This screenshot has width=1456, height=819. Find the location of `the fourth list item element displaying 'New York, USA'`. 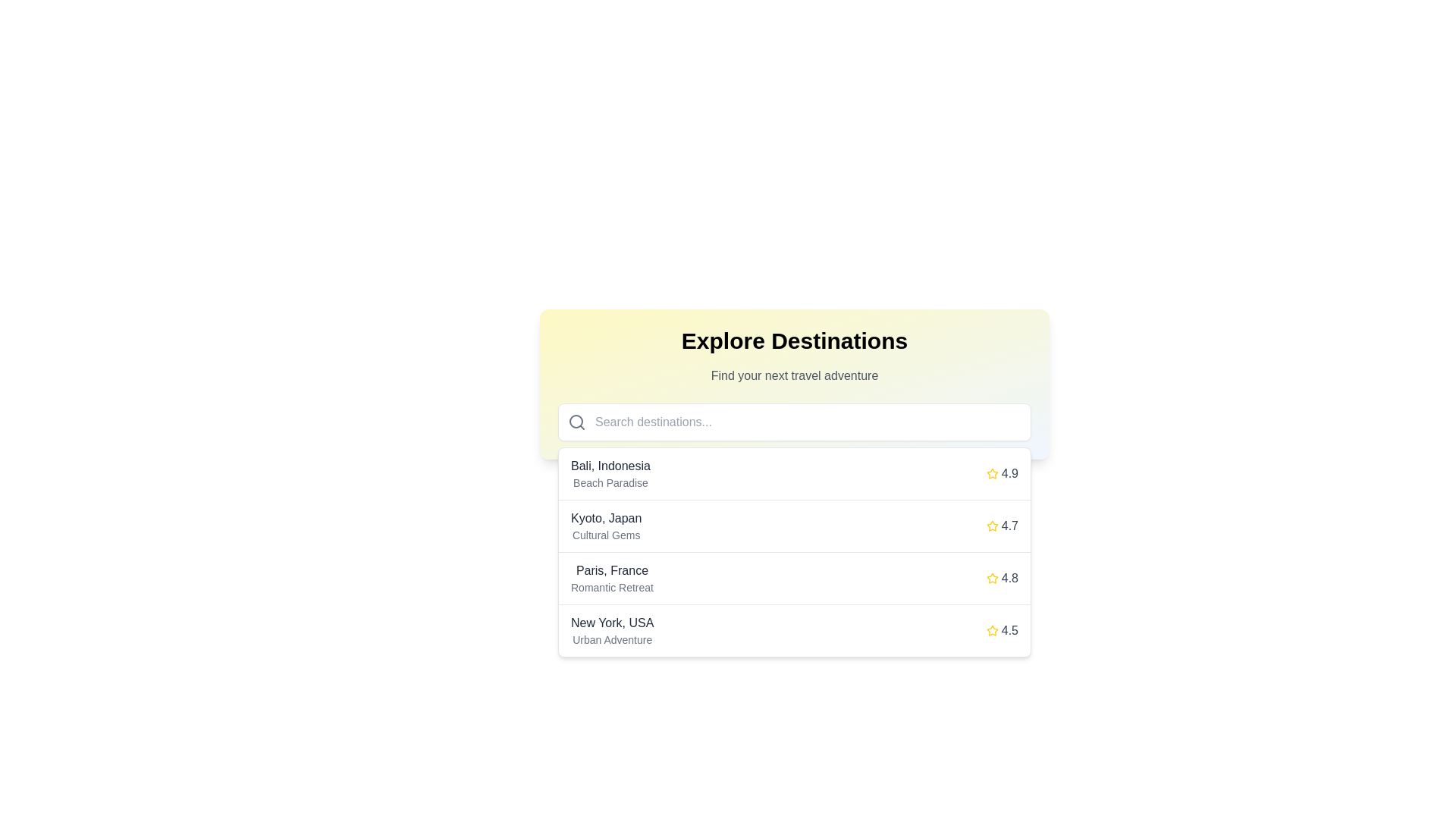

the fourth list item element displaying 'New York, USA' is located at coordinates (793, 631).